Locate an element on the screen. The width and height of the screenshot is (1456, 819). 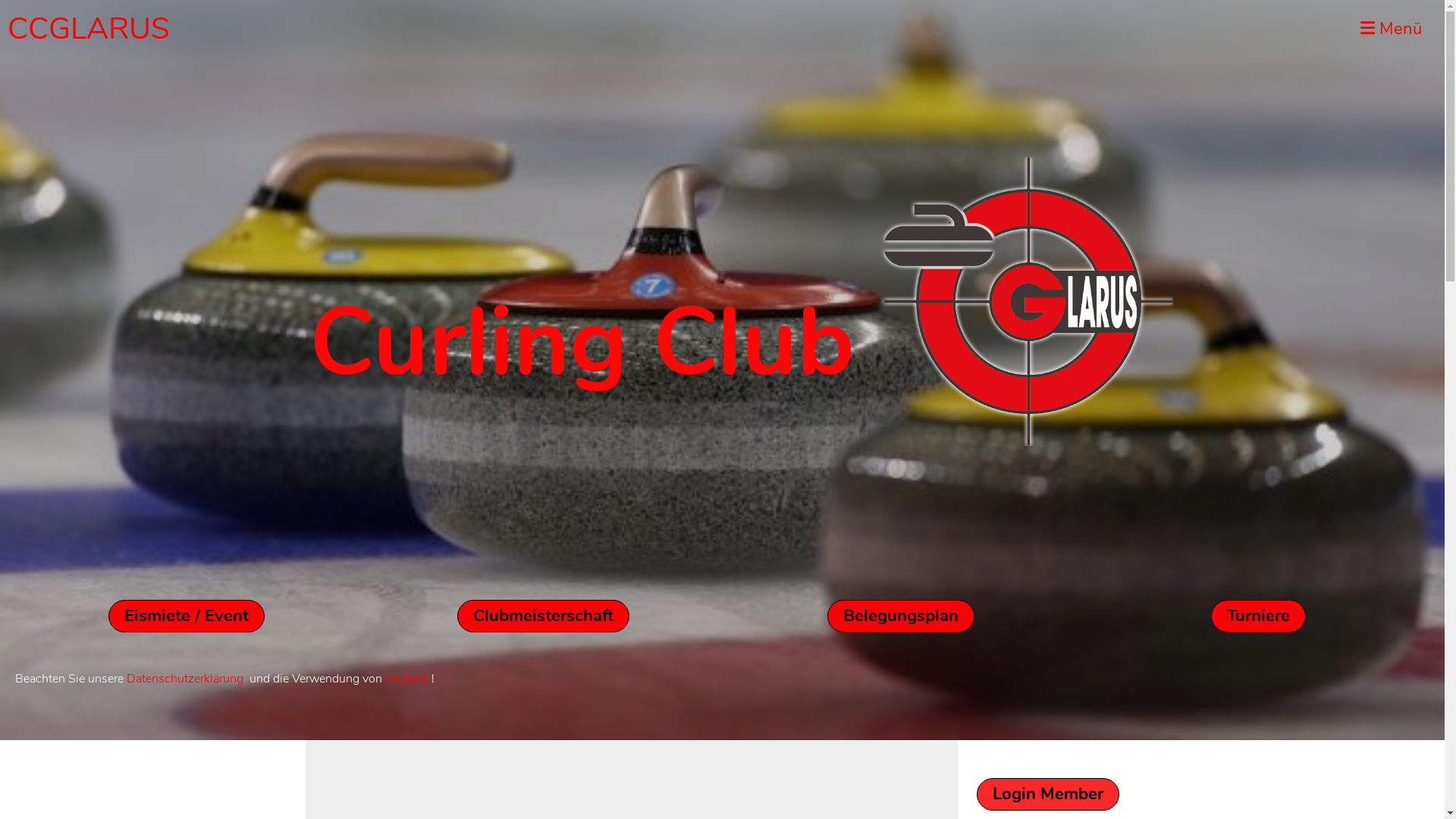
'Login Member' is located at coordinates (976, 793).